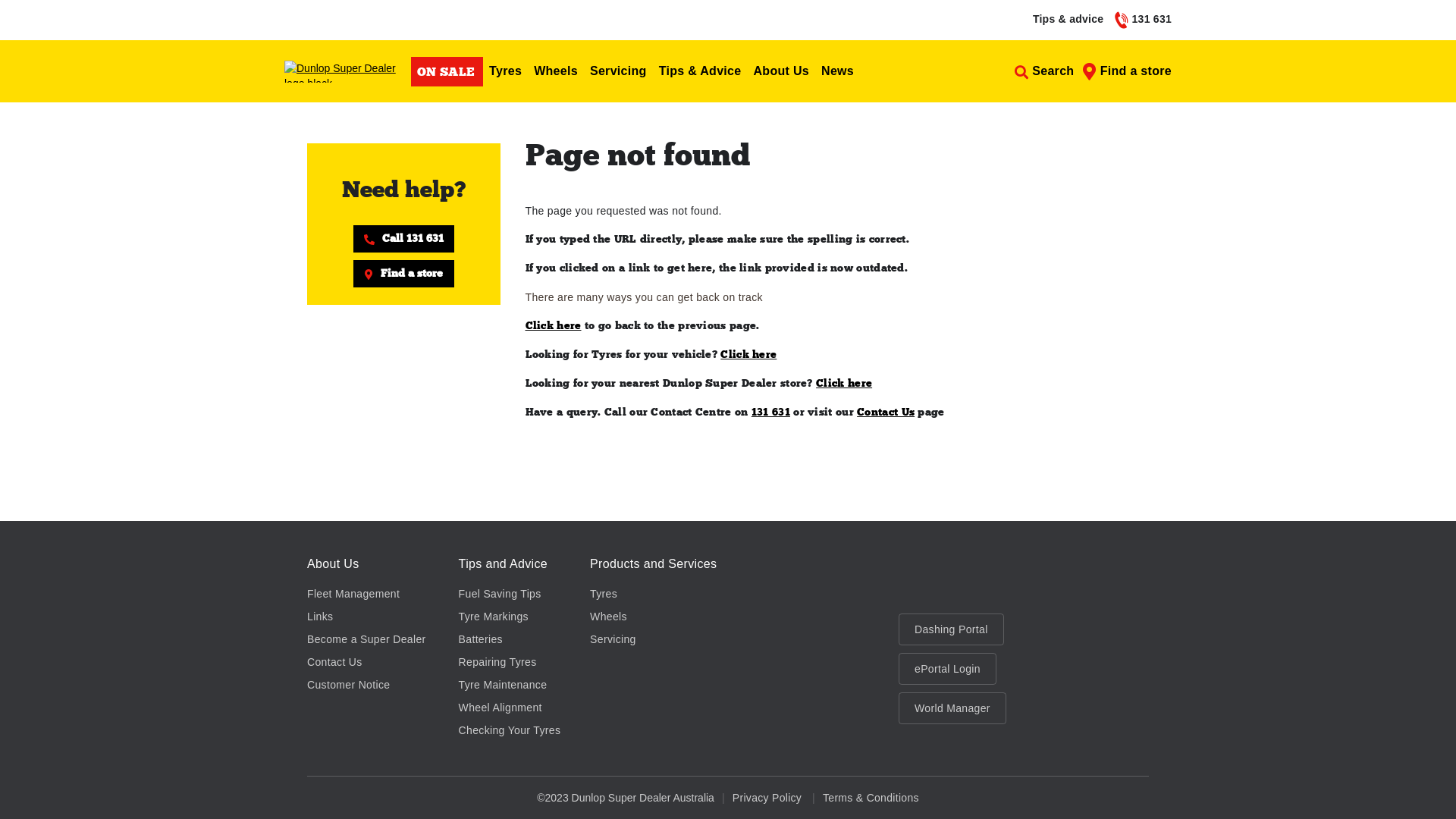 This screenshot has width=1456, height=819. Describe the element at coordinates (1143, 20) in the screenshot. I see `'131 631'` at that location.